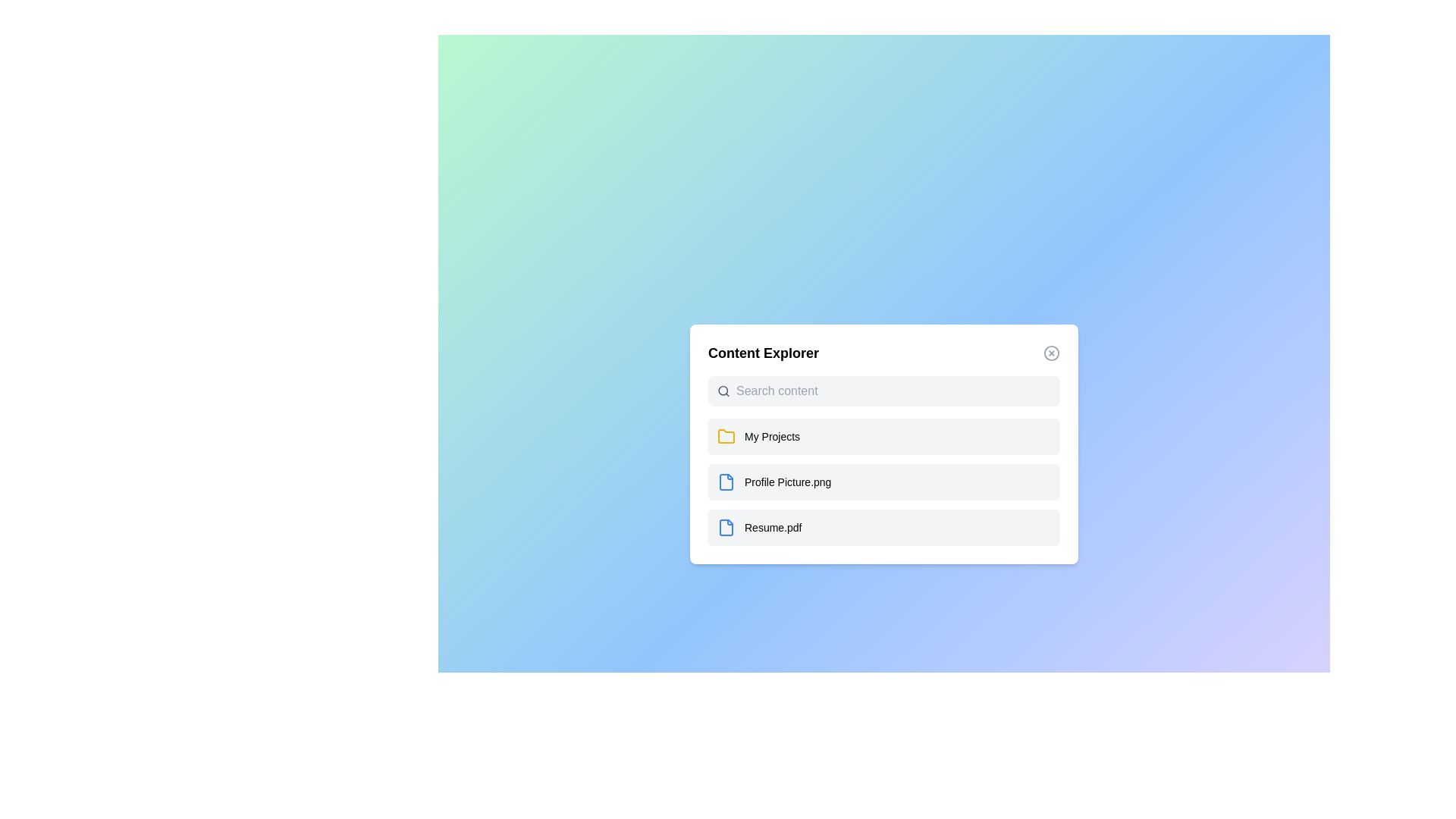 The width and height of the screenshot is (1456, 819). I want to click on the close button to close the dialog, so click(1051, 353).